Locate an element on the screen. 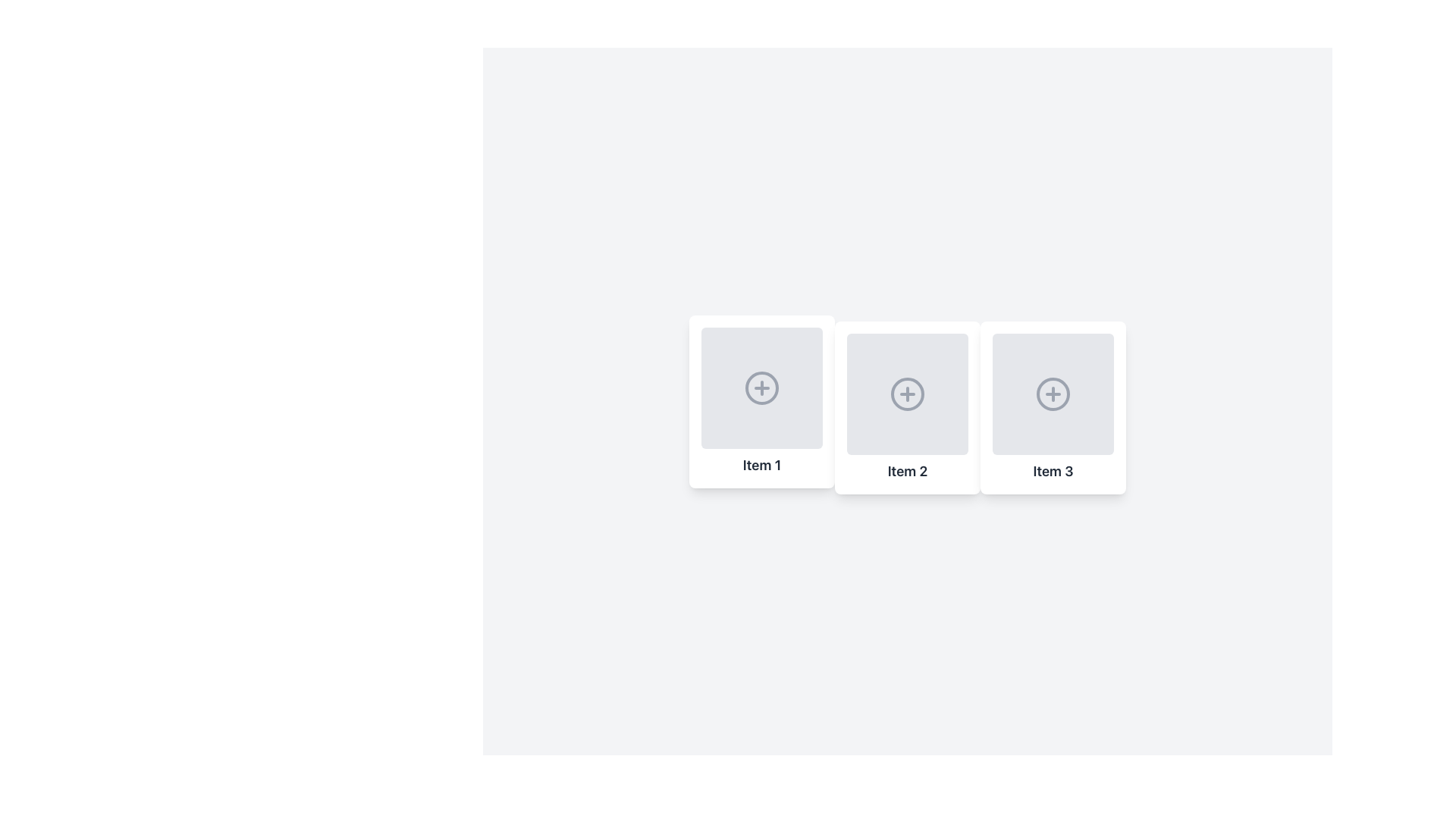  the circular icon with a gray border and plus sign in the center of the 'Item 3' card is located at coordinates (1052, 393).